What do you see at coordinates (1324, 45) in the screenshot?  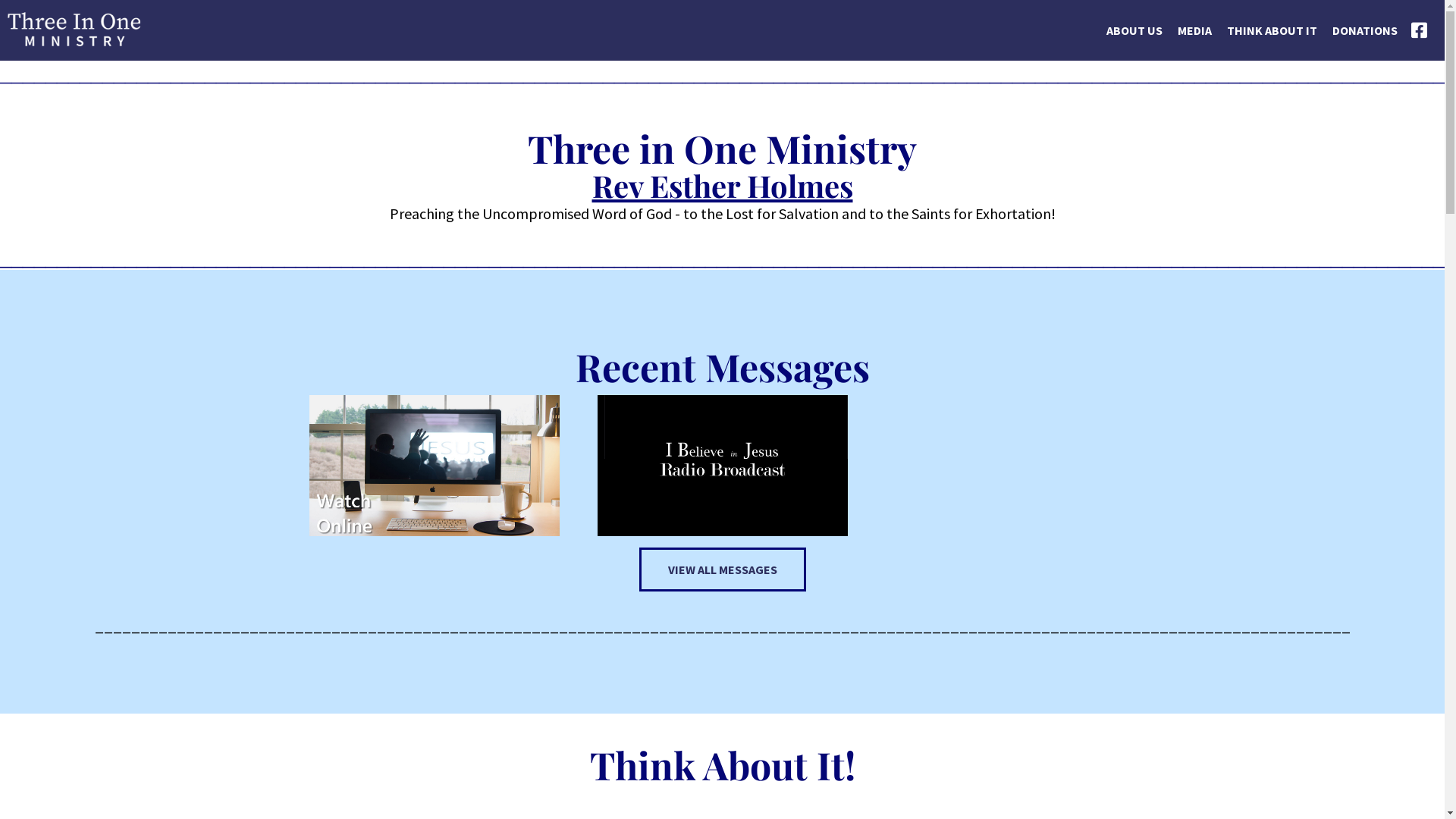 I see `'DONATIONS'` at bounding box center [1324, 45].